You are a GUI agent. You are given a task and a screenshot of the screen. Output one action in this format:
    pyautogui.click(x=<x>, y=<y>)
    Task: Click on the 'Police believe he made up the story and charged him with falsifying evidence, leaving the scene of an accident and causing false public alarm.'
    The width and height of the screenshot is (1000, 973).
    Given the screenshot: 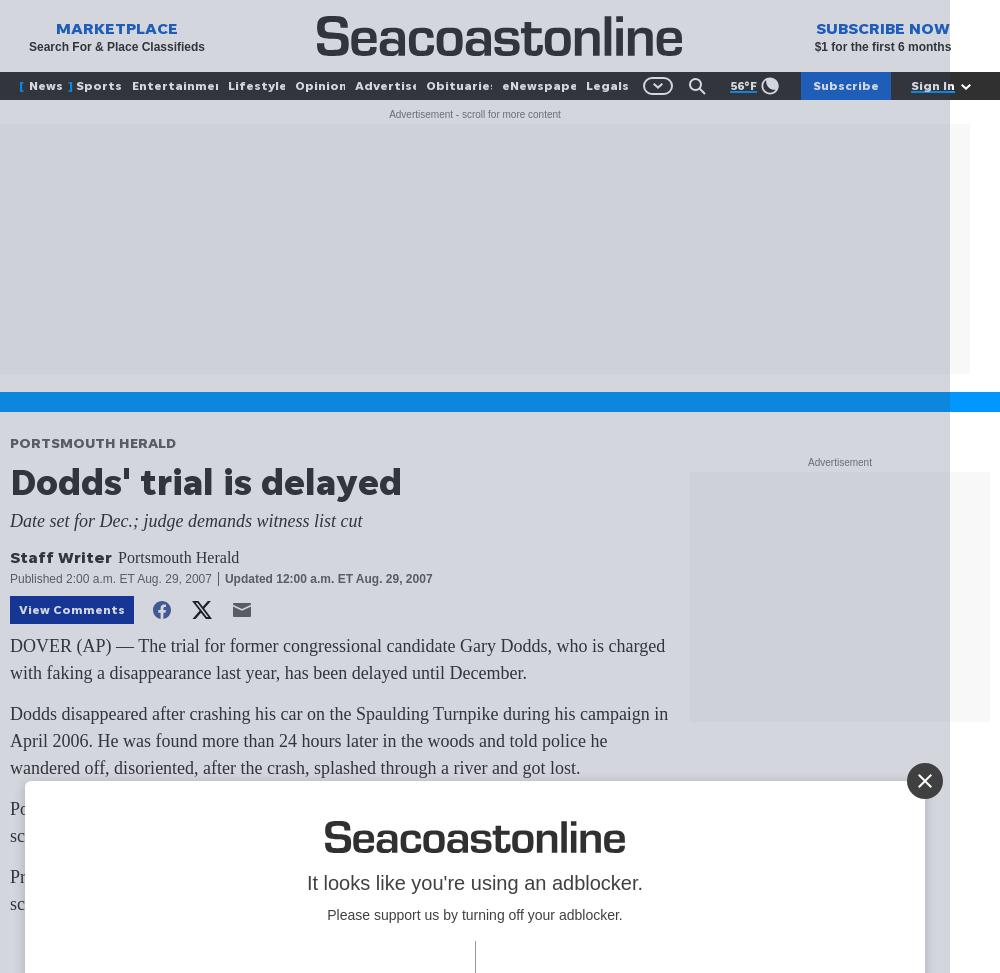 What is the action you would take?
    pyautogui.click(x=332, y=821)
    